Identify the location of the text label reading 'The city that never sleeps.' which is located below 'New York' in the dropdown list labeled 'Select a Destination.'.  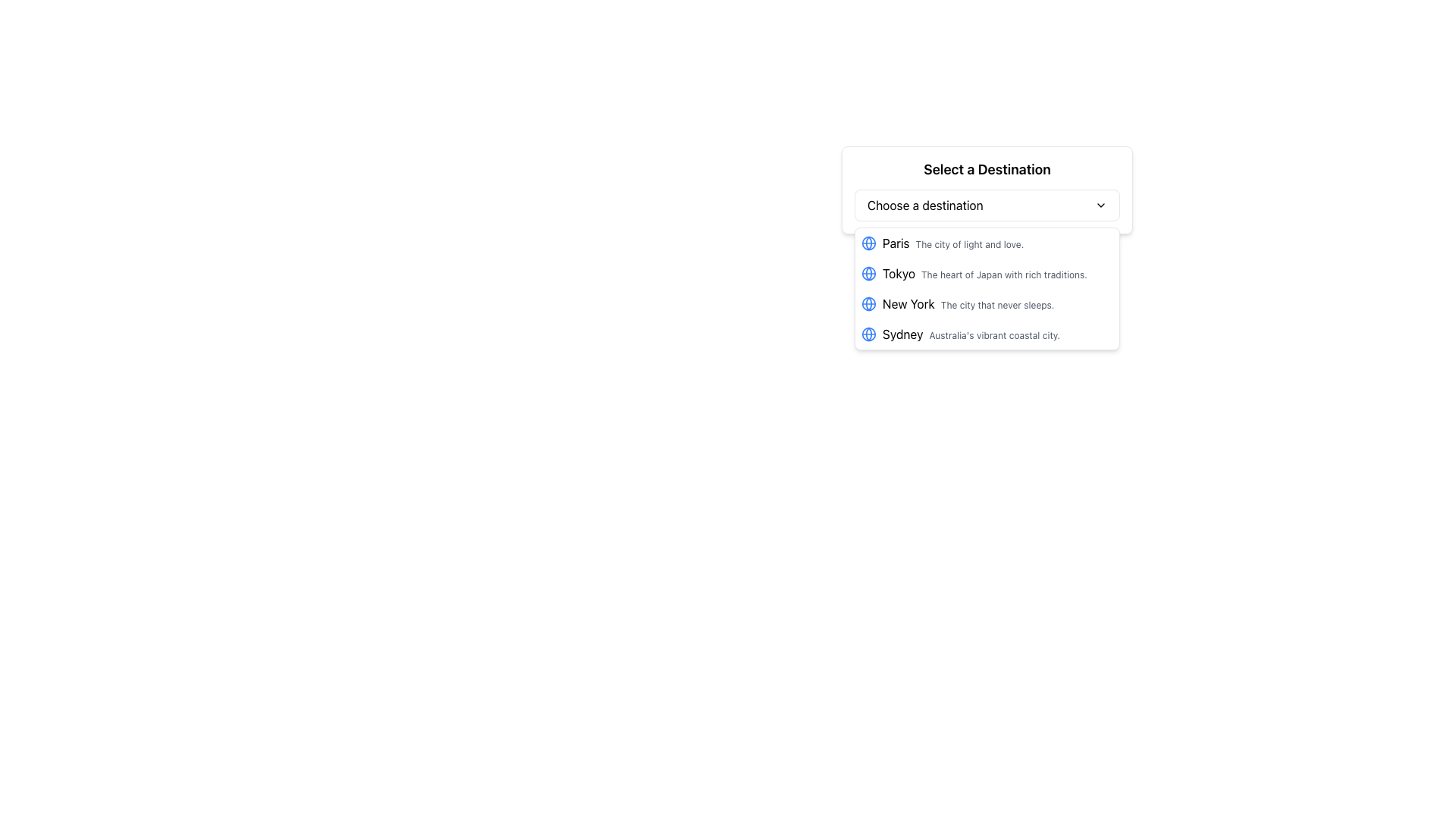
(997, 305).